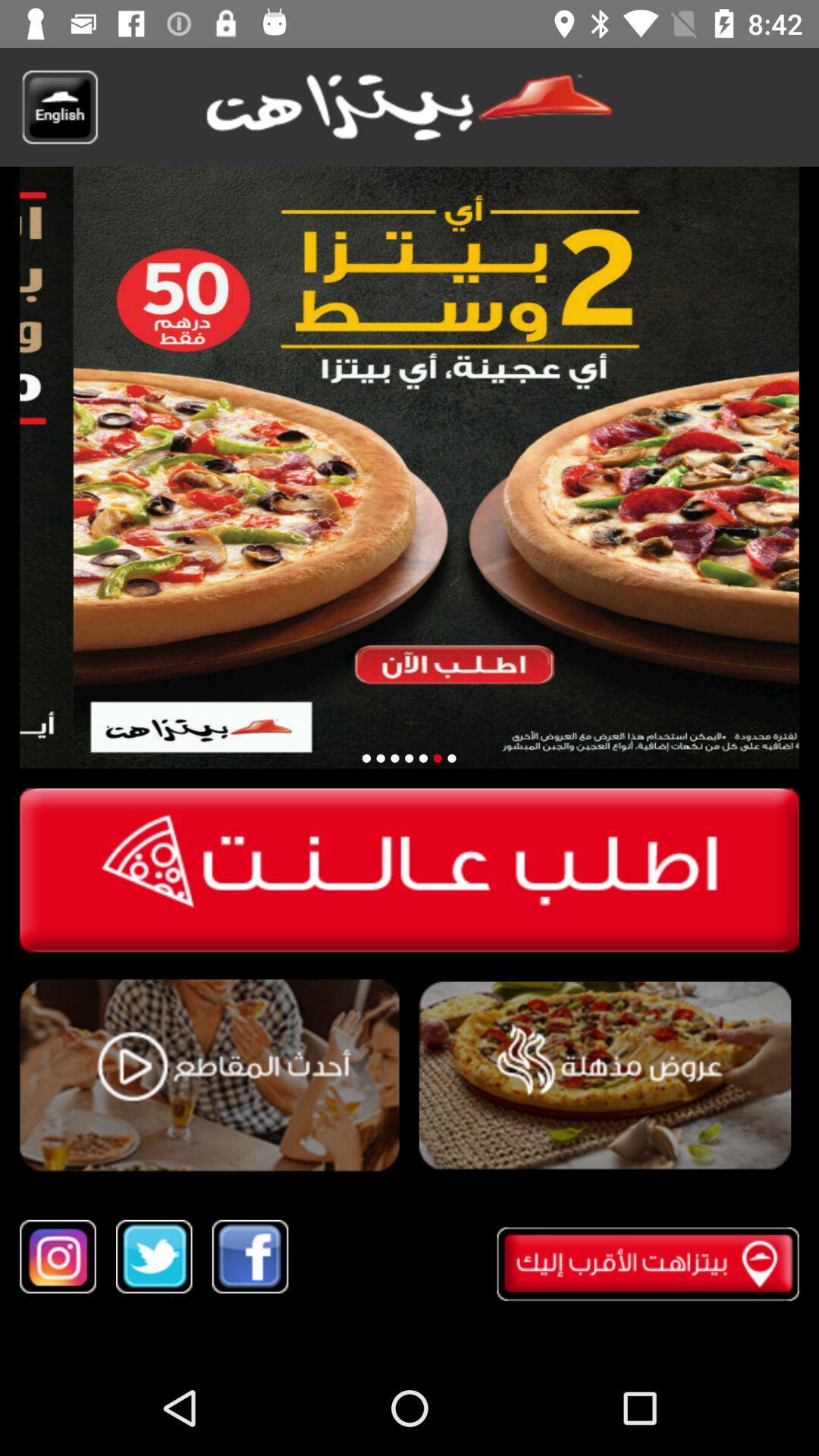  I want to click on next page icon button, so click(408, 758).